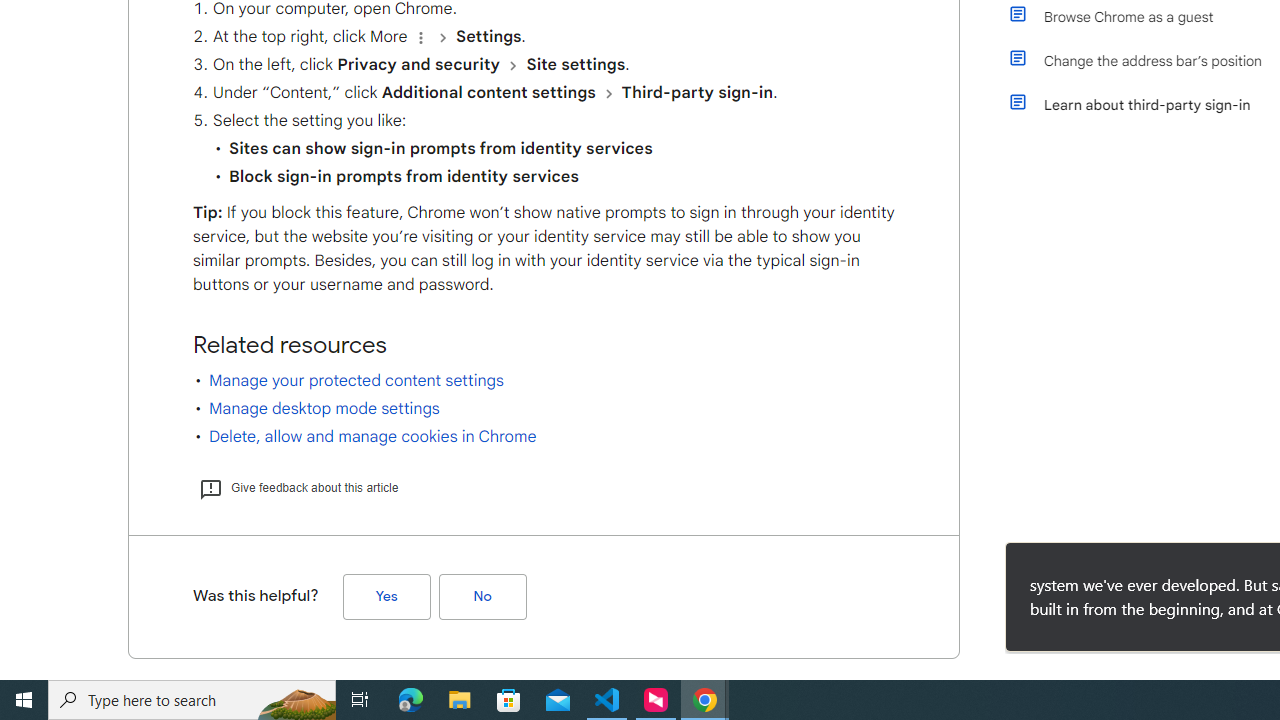  What do you see at coordinates (356, 380) in the screenshot?
I see `'Manage your protected content settings'` at bounding box center [356, 380].